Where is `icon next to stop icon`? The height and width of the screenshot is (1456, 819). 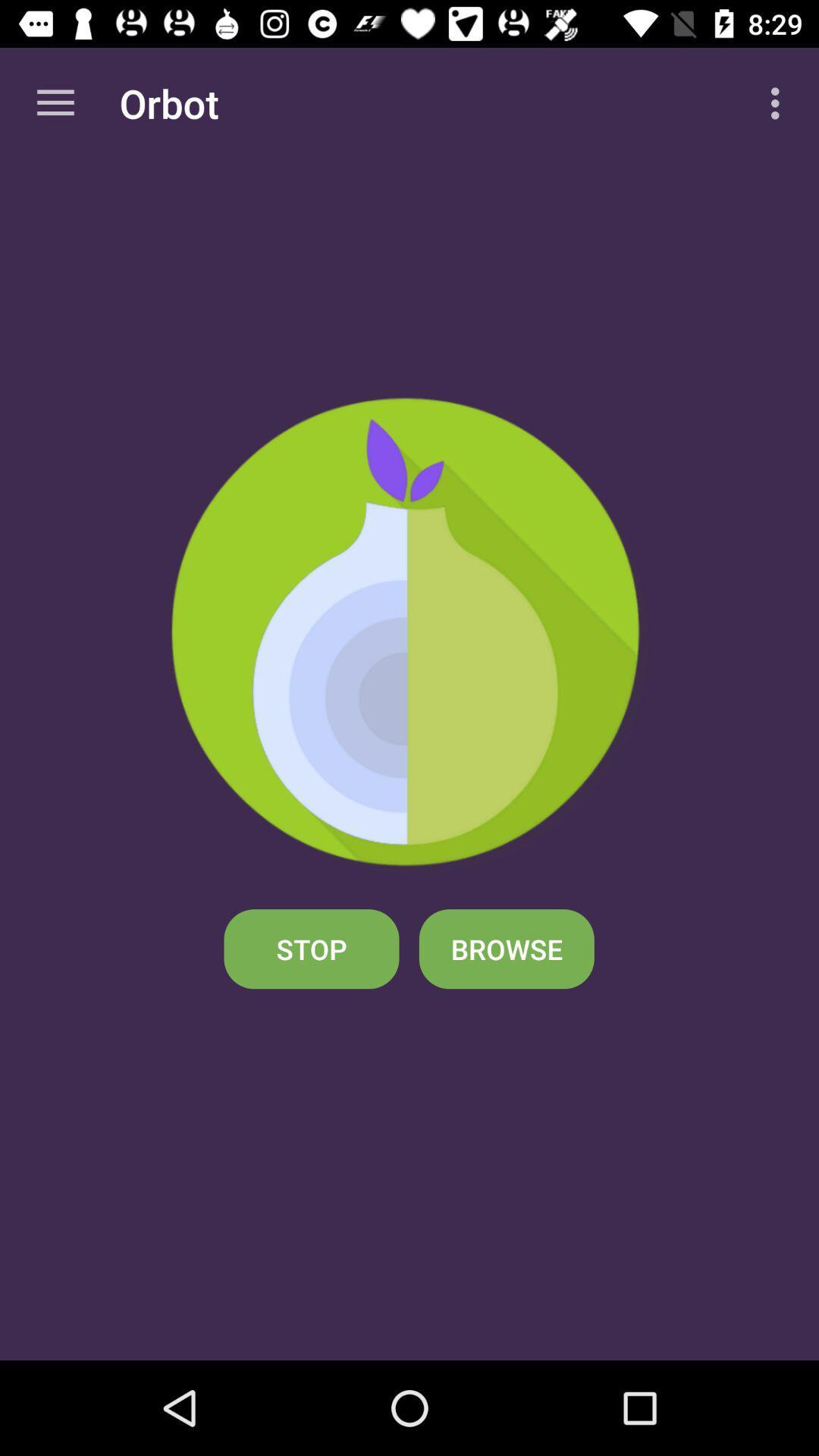
icon next to stop icon is located at coordinates (507, 948).